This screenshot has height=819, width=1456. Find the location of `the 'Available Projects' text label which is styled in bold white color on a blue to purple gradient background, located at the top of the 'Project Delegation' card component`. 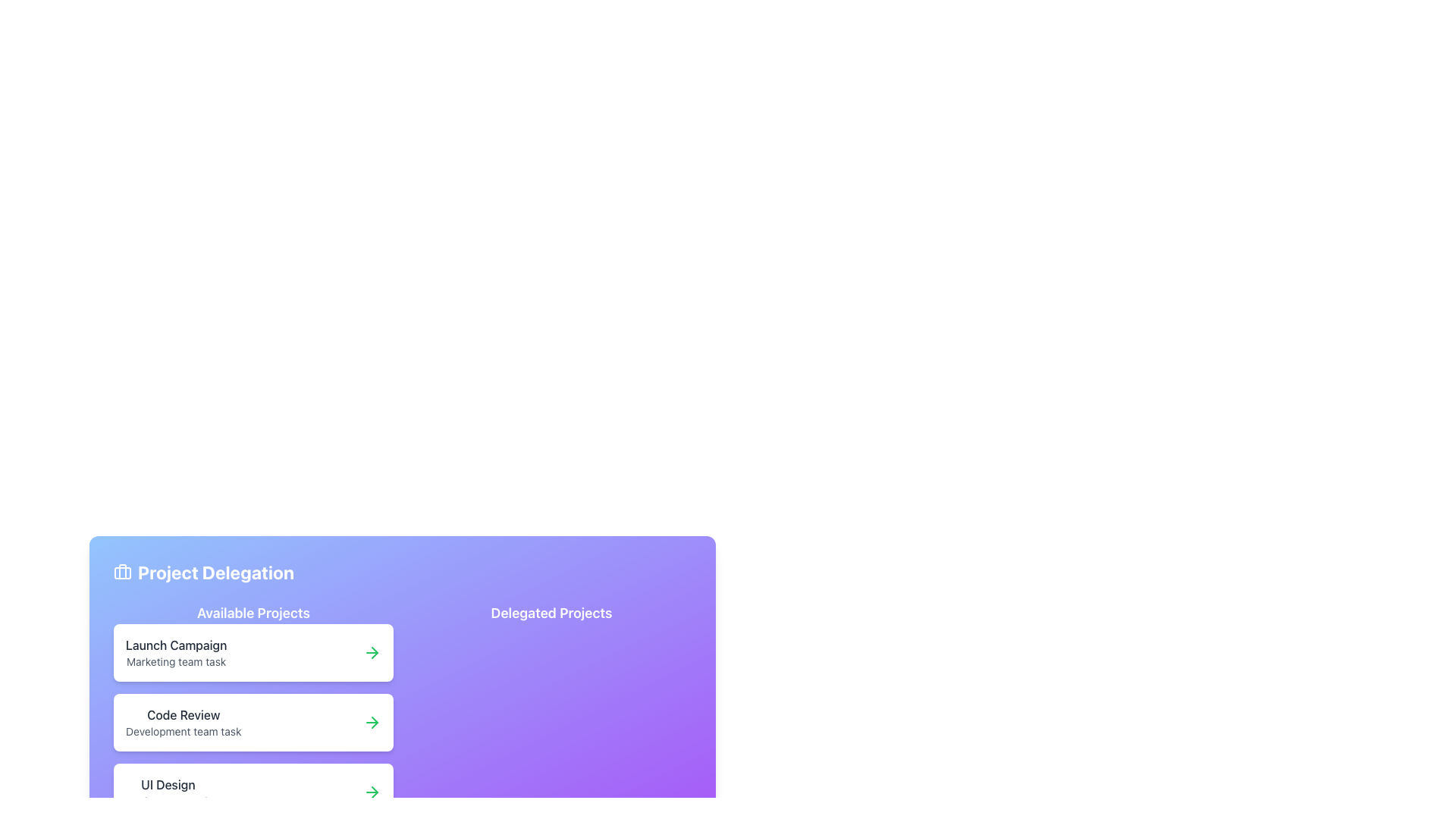

the 'Available Projects' text label which is styled in bold white color on a blue to purple gradient background, located at the top of the 'Project Delegation' card component is located at coordinates (253, 613).